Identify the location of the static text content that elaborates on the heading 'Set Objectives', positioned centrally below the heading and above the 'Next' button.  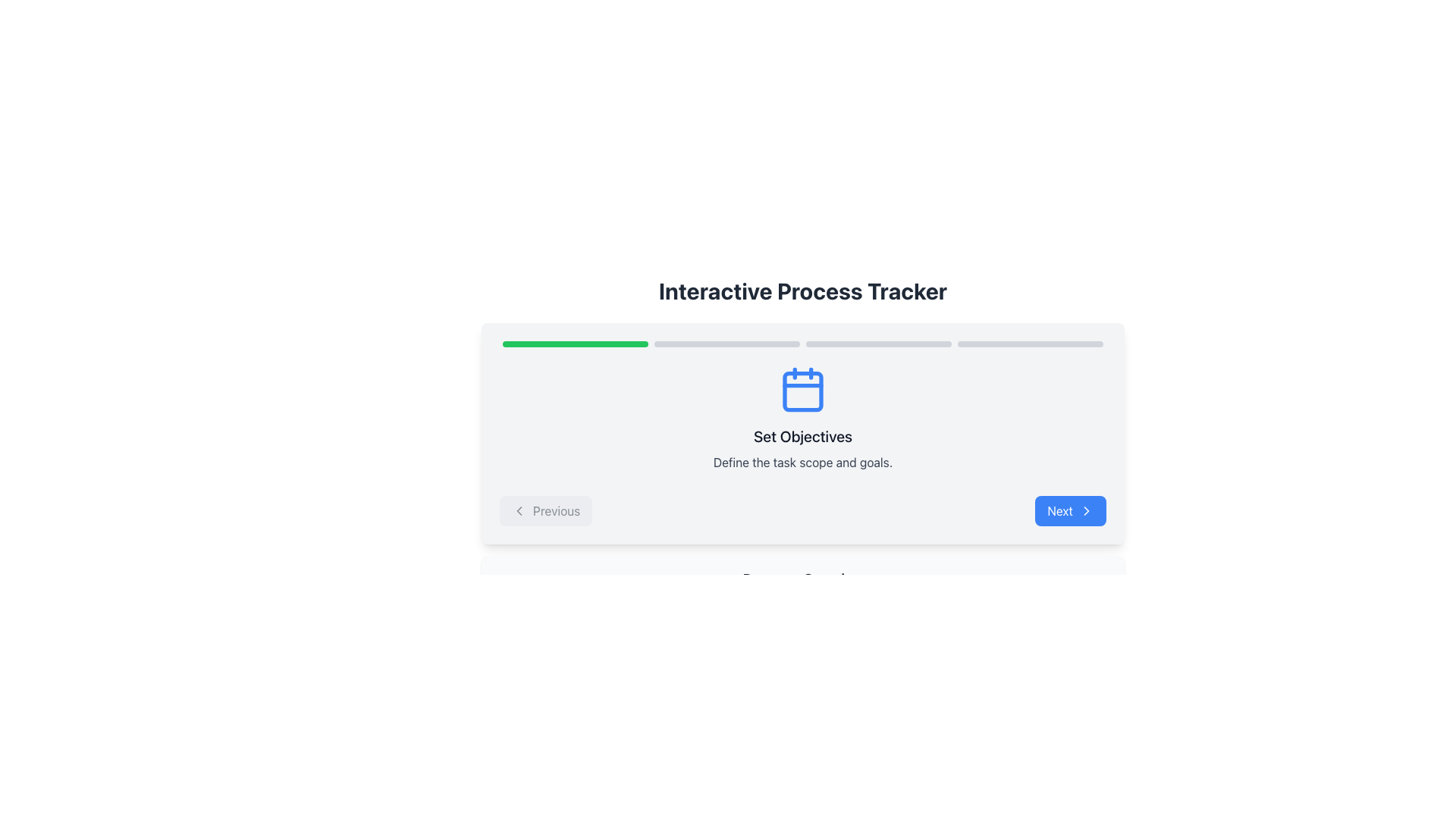
(802, 461).